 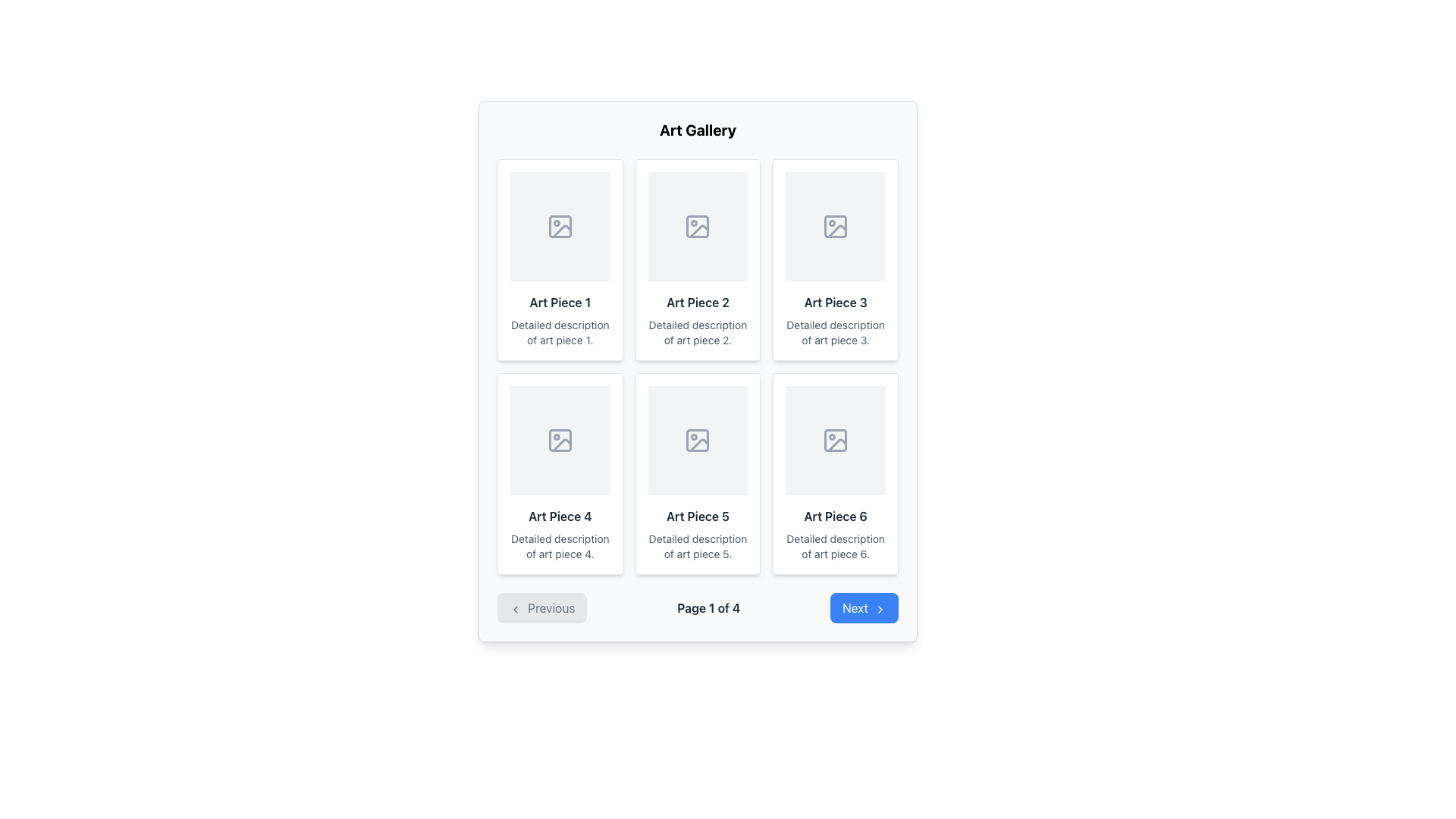 What do you see at coordinates (835, 227) in the screenshot?
I see `the small rectangle inside the image icon located above the label 'Art Piece 3' in the third position of the first row in the grid layout` at bounding box center [835, 227].